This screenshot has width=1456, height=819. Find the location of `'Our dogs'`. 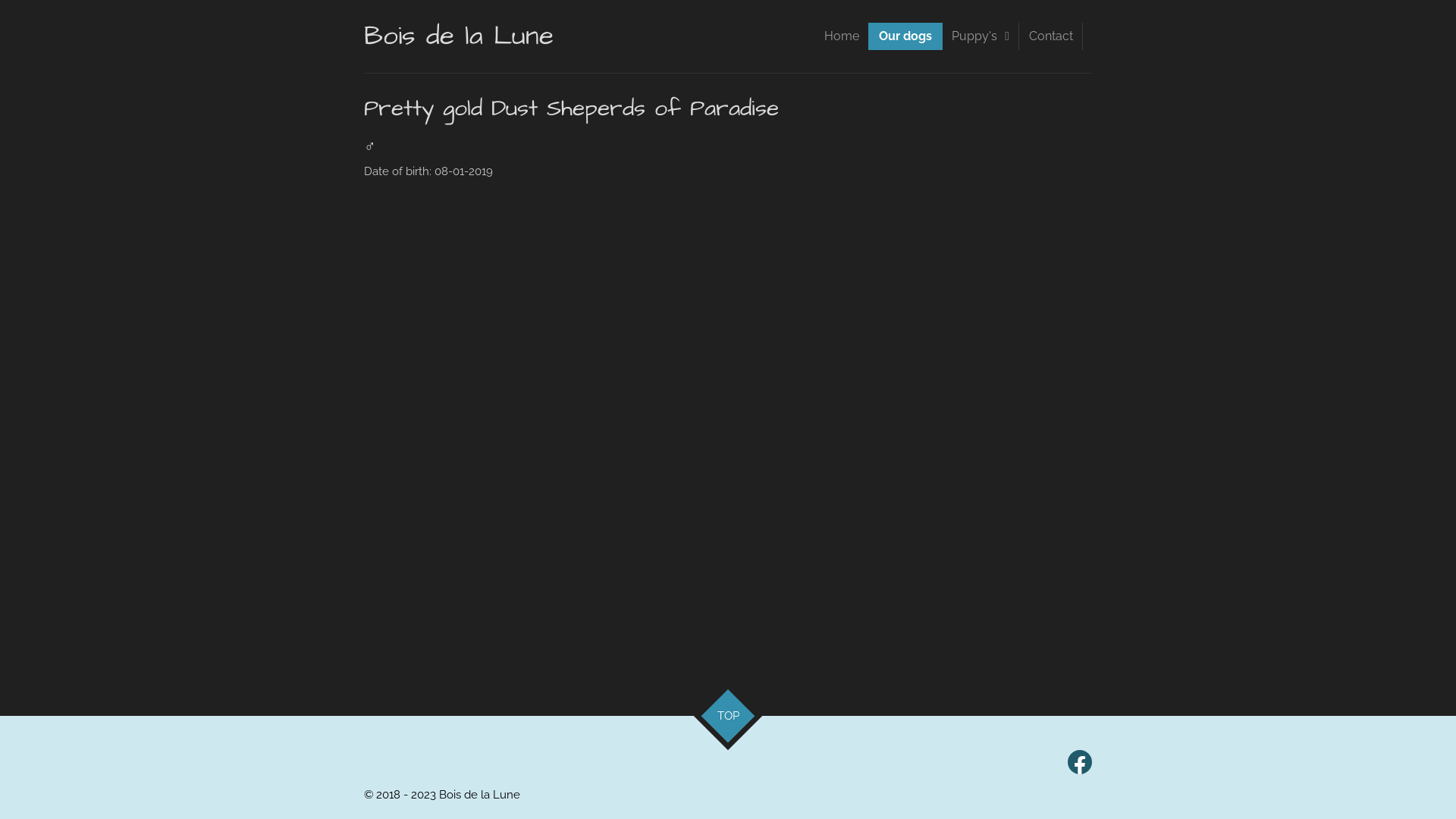

'Our dogs' is located at coordinates (905, 35).